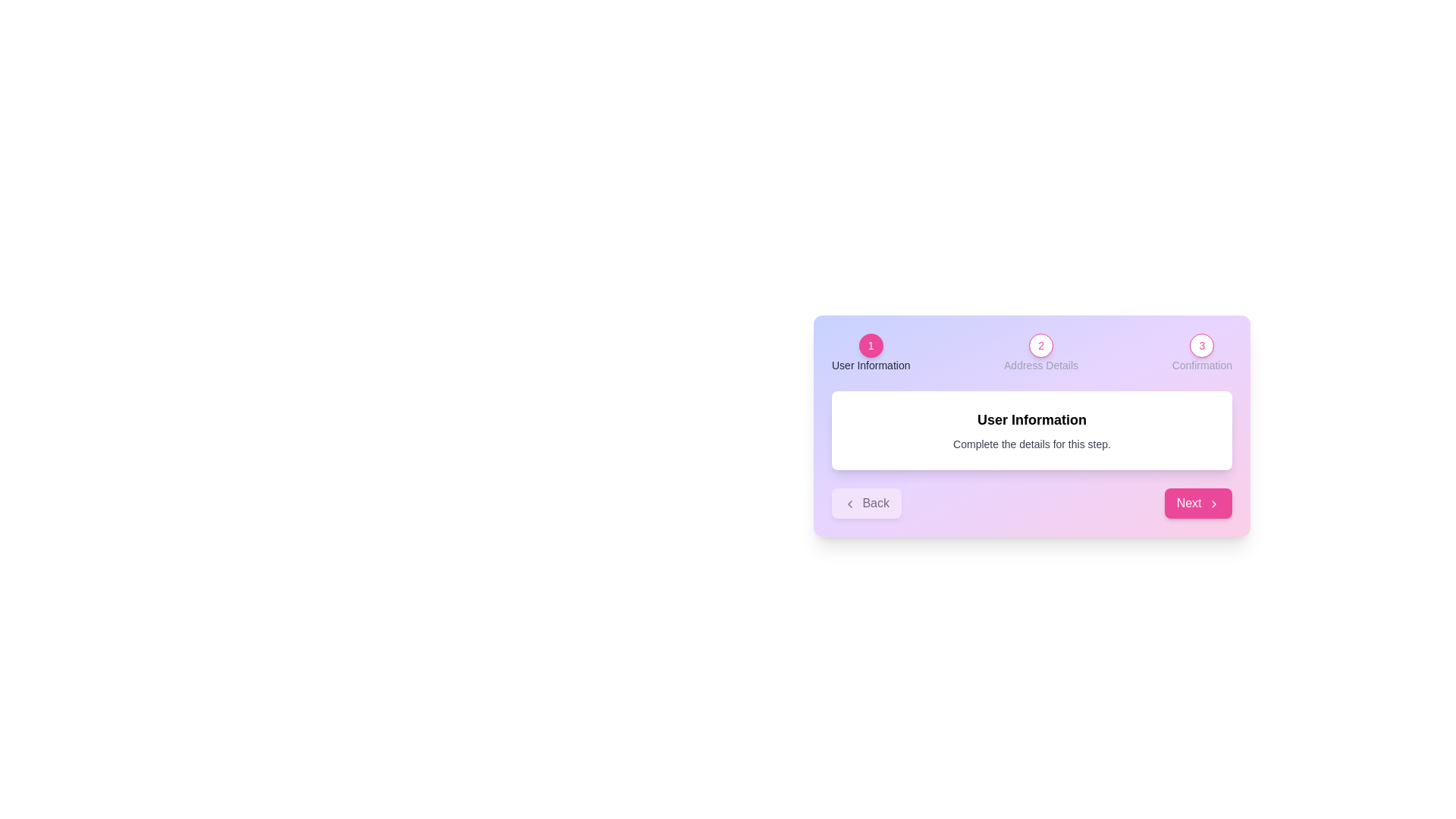  I want to click on the 'Next' button to navigate to the next step, so click(1197, 503).